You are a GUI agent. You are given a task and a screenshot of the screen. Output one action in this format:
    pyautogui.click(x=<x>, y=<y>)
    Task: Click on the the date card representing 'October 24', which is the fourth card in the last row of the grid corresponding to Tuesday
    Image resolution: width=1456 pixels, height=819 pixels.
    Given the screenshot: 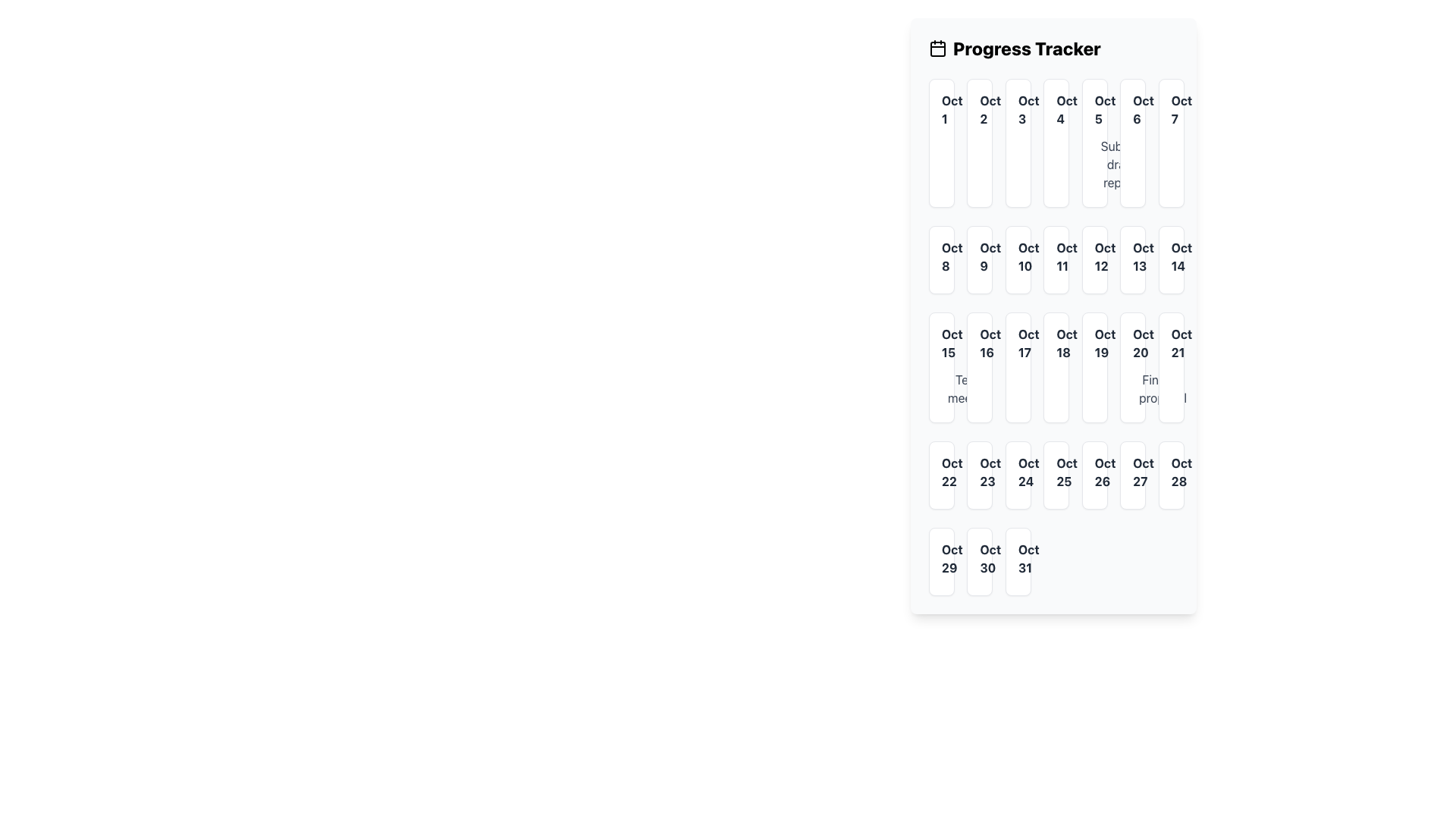 What is the action you would take?
    pyautogui.click(x=1018, y=475)
    